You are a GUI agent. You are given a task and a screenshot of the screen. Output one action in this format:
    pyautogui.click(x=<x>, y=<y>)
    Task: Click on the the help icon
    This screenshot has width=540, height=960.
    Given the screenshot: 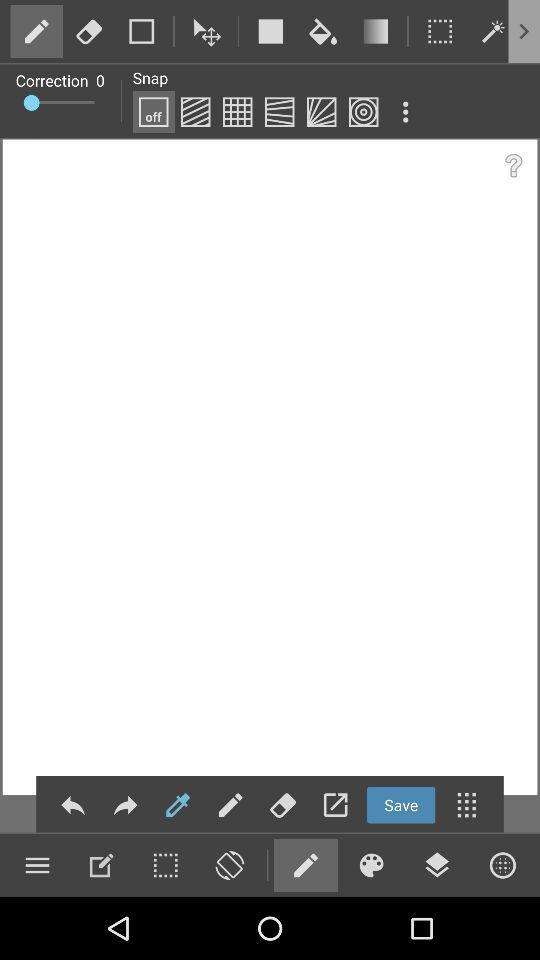 What is the action you would take?
    pyautogui.click(x=513, y=164)
    